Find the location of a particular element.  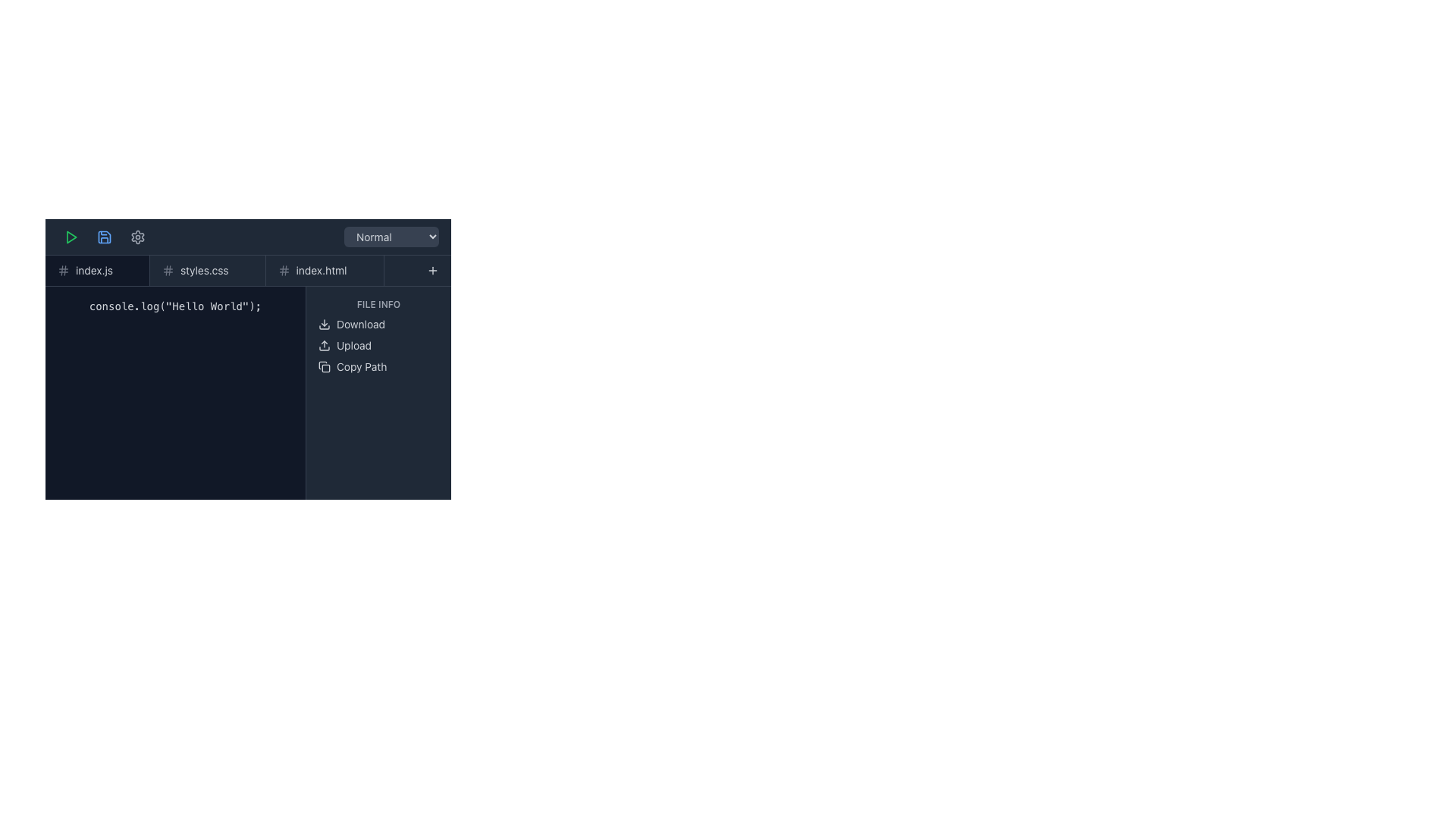

the download icon located to the left of the 'Download' text label in the 'FILE INFO' section is located at coordinates (323, 324).